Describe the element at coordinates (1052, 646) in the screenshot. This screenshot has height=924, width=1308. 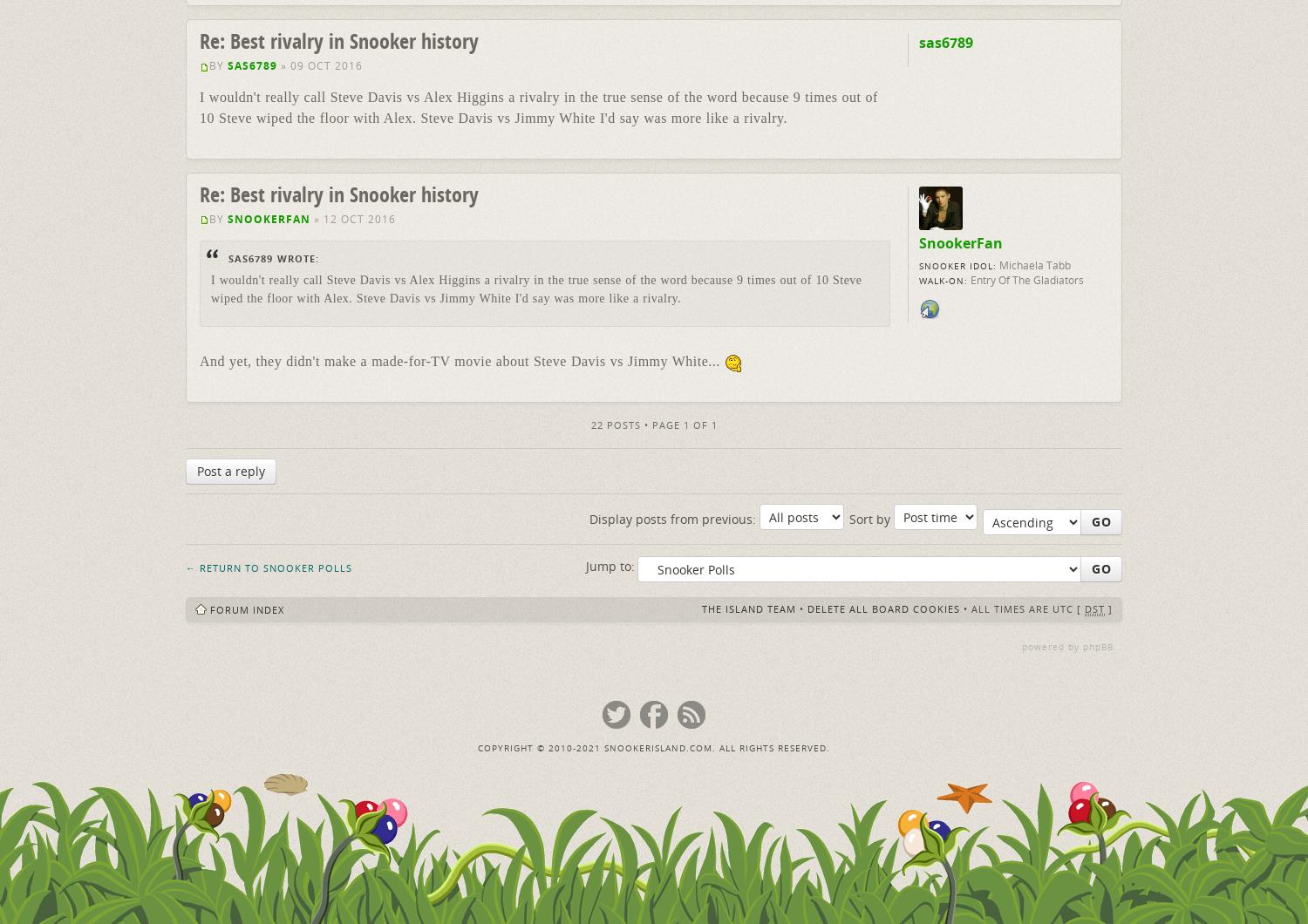
I see `'powered by'` at that location.